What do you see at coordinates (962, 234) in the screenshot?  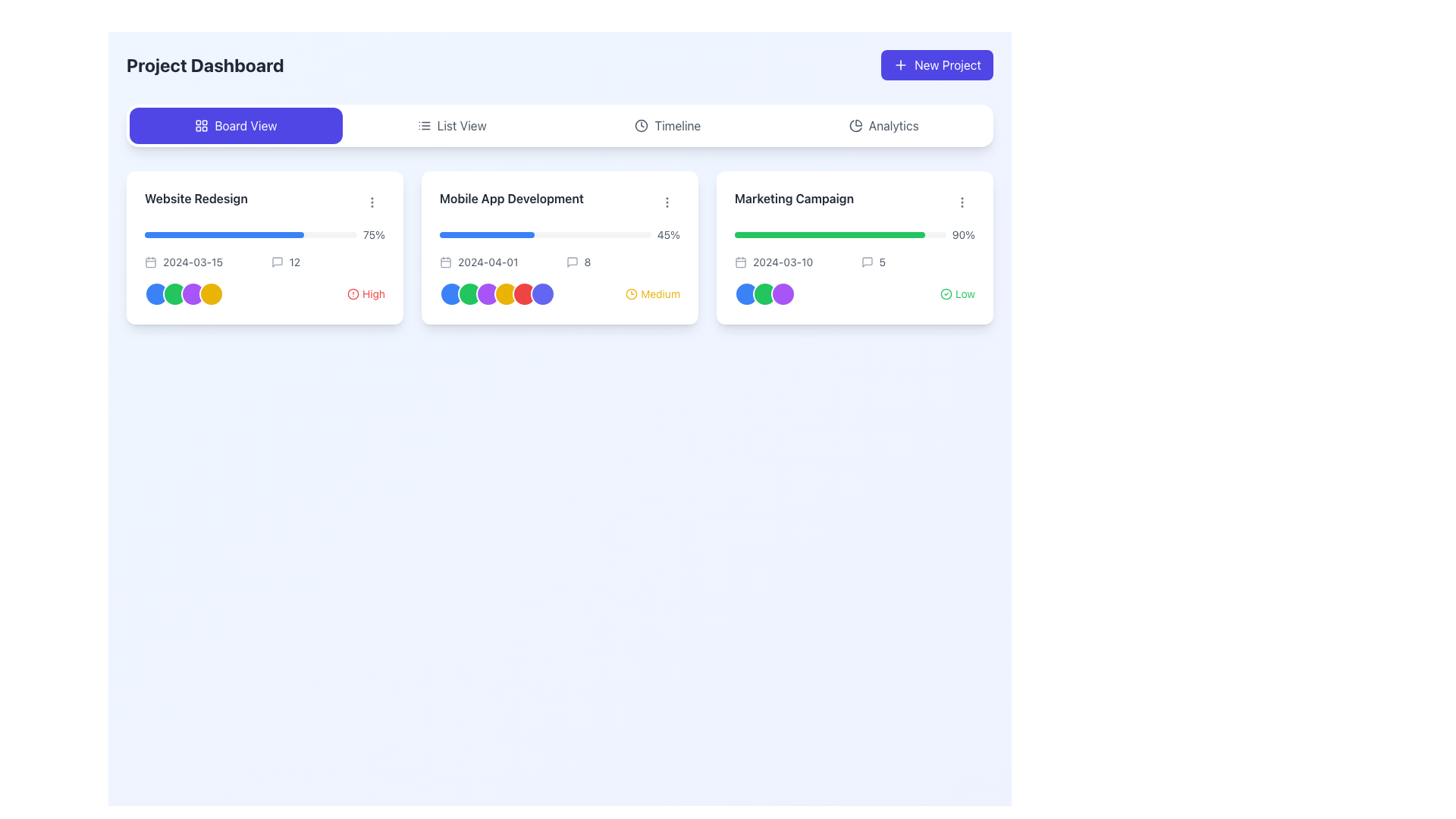 I see `percentage displayed in the text label showing '90%' at the rightmost end of the green progress bar in the 'Marketing Campaign' card` at bounding box center [962, 234].